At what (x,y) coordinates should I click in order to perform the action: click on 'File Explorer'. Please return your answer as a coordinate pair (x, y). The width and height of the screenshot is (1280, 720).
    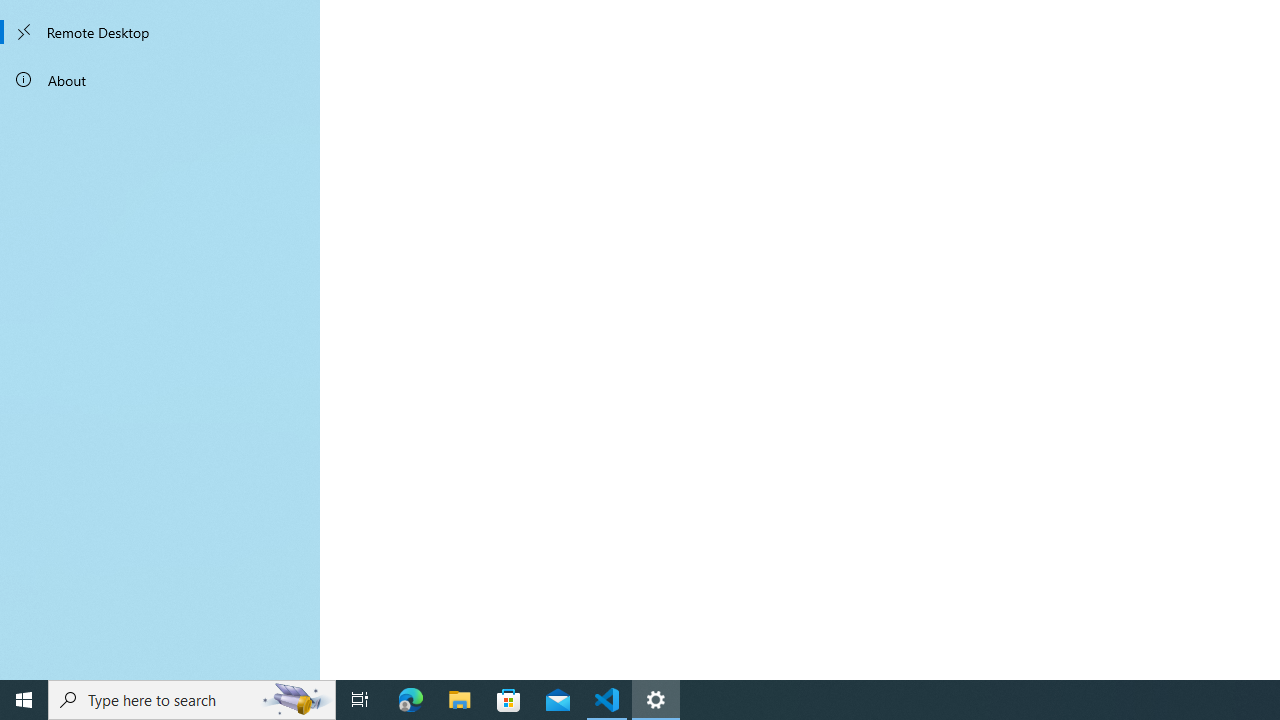
    Looking at the image, I should click on (459, 698).